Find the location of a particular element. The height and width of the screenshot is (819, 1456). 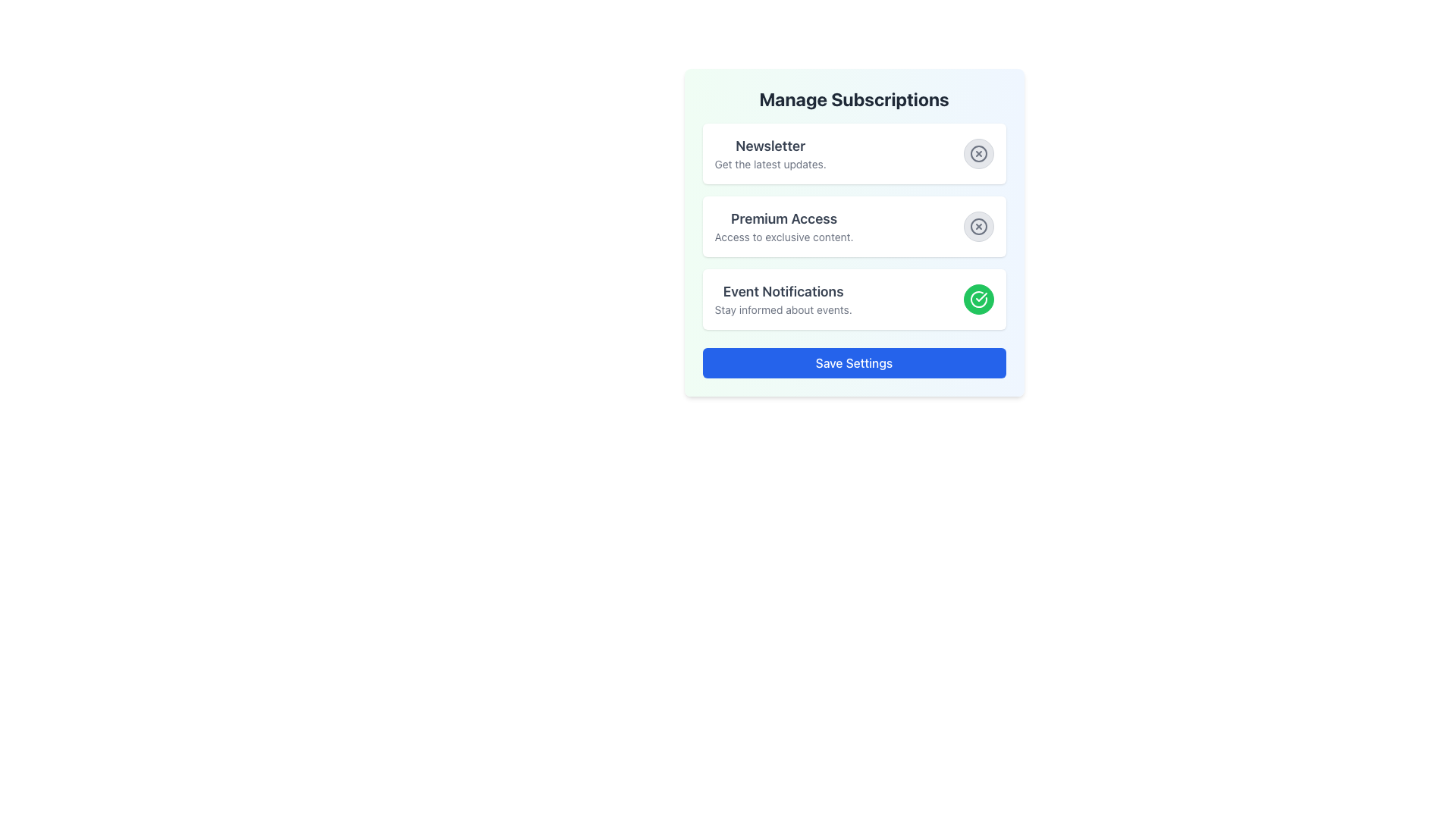

information about the 'Premium Access' subscription option, which is located as the second option in the 'Manage Subscriptions' panel, below 'Newsletter' and above 'Event Notifications' is located at coordinates (854, 227).